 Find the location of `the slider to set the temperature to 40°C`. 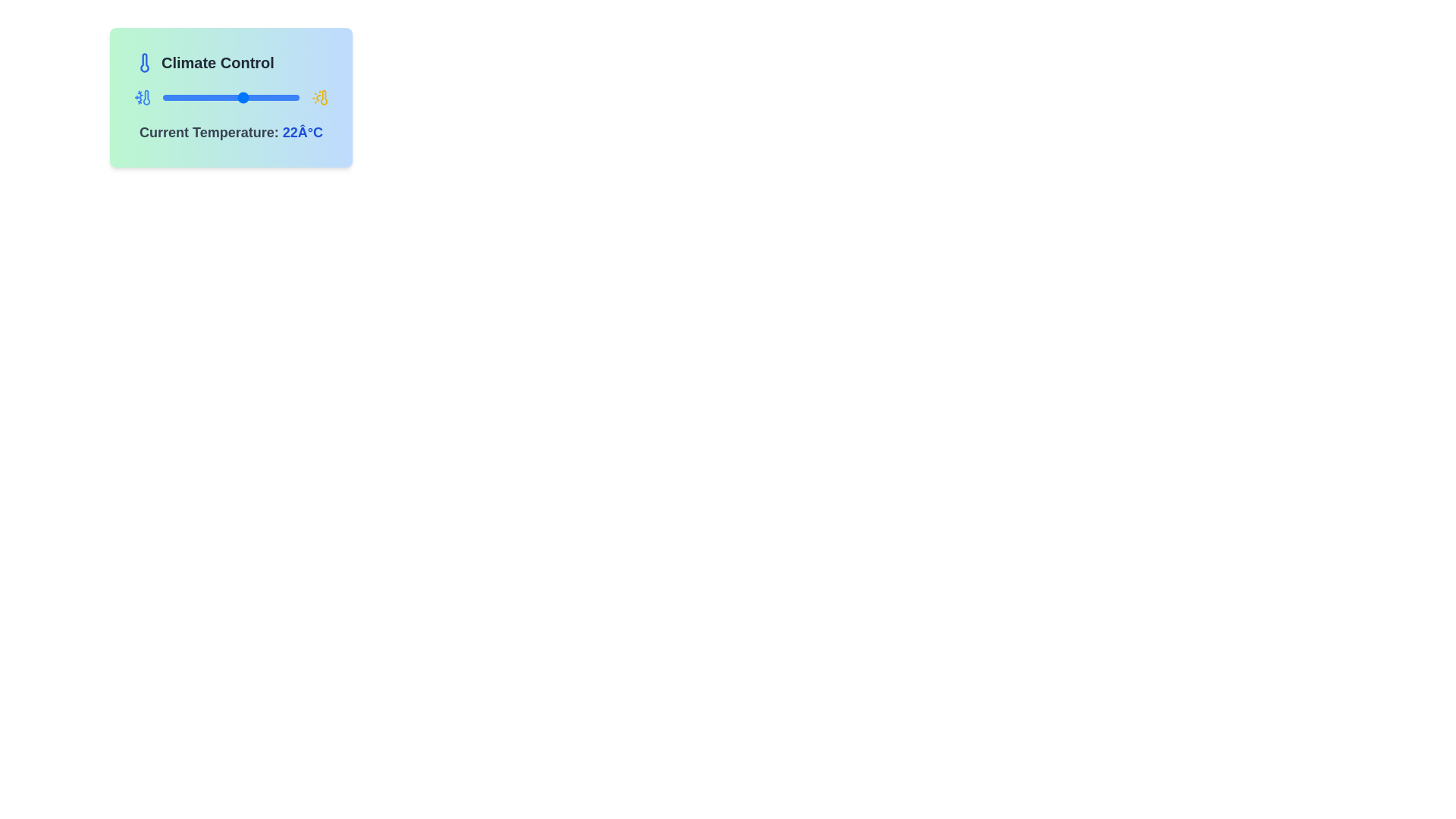

the slider to set the temperature to 40°C is located at coordinates (280, 97).